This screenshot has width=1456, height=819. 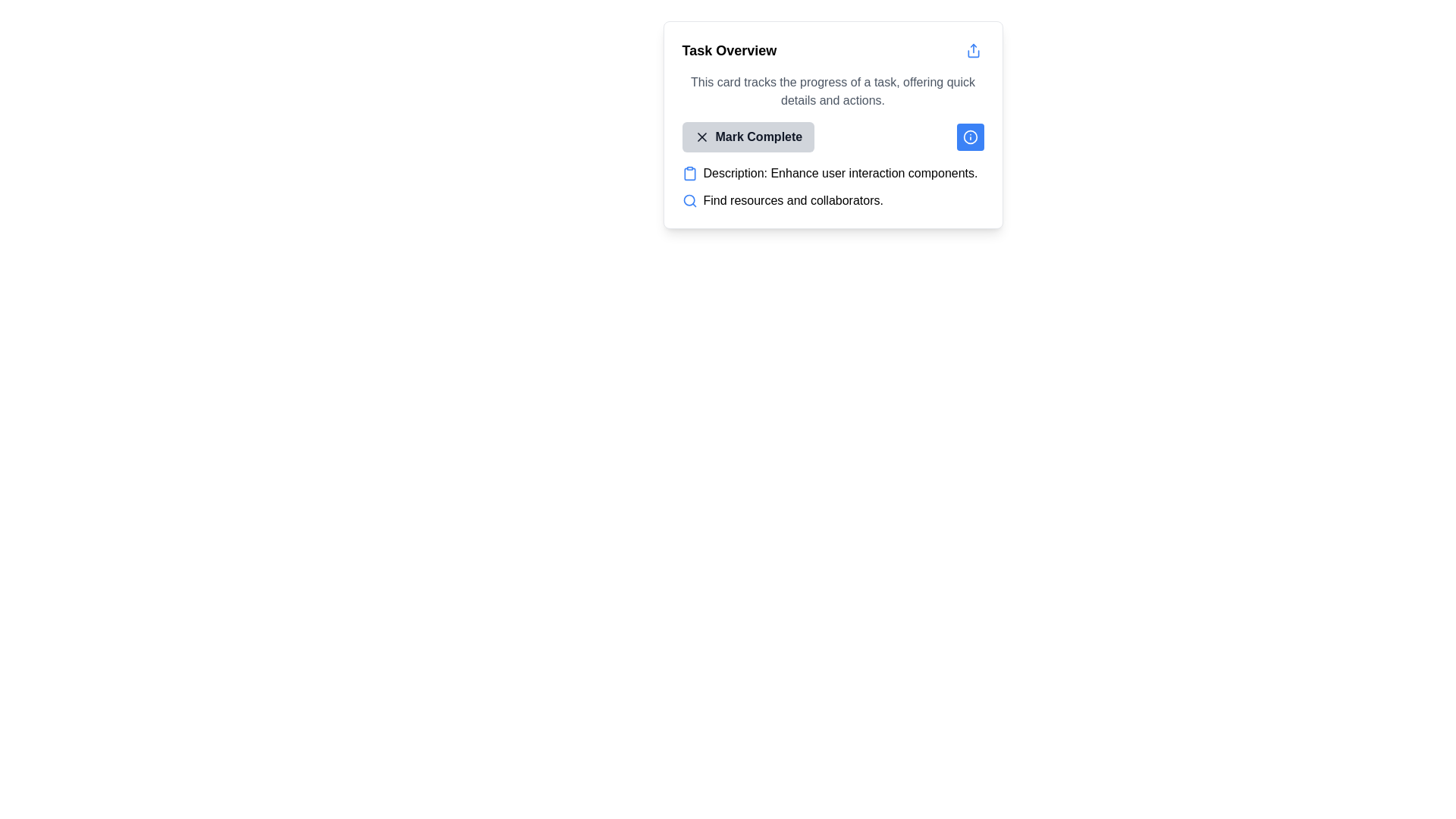 I want to click on the decorative SVG circle graphic located in the upper-right section of the 'Task Overview' card, which is part of an informational icon, so click(x=969, y=137).